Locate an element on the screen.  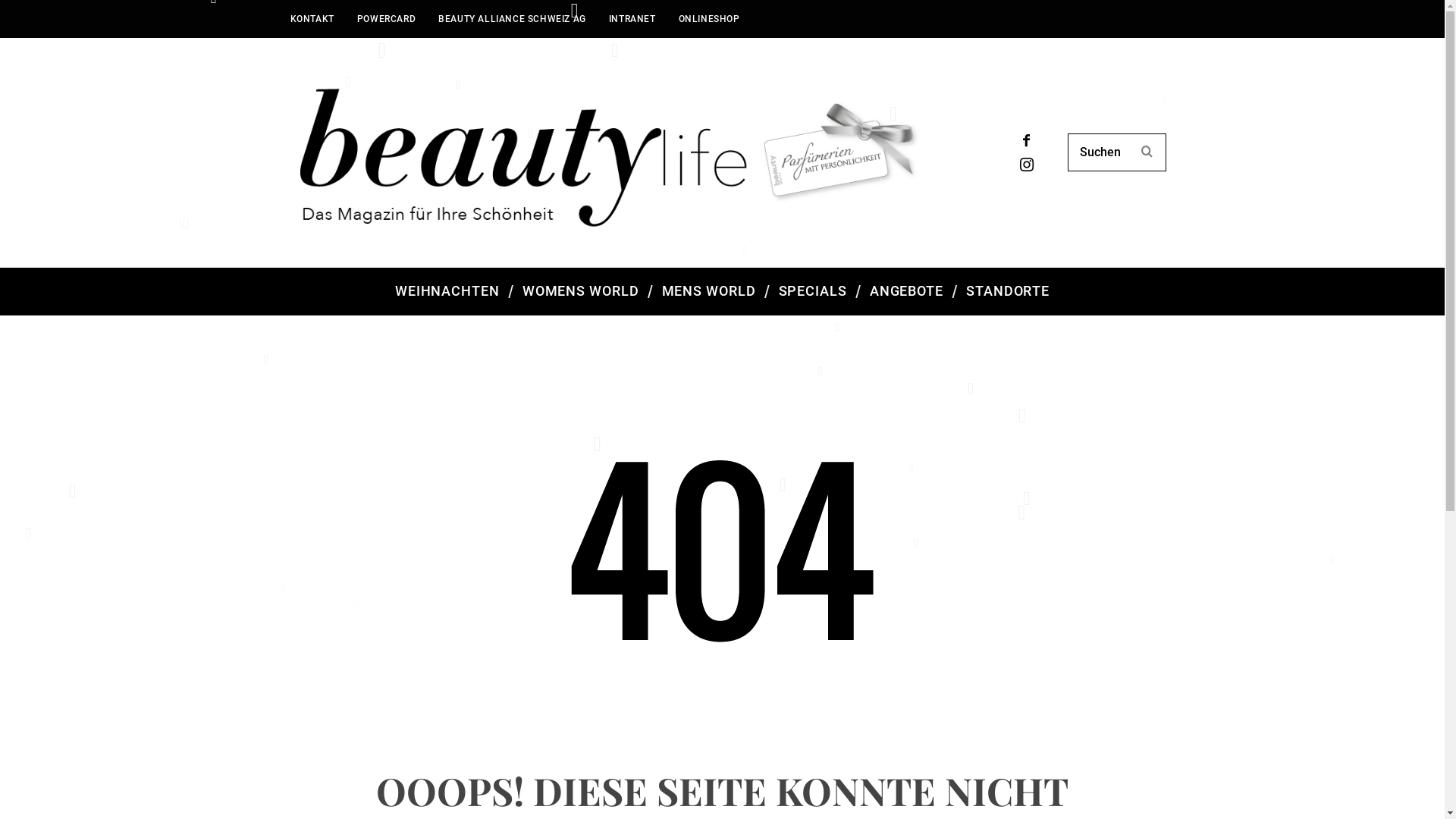
'POWERCARD' is located at coordinates (386, 18).